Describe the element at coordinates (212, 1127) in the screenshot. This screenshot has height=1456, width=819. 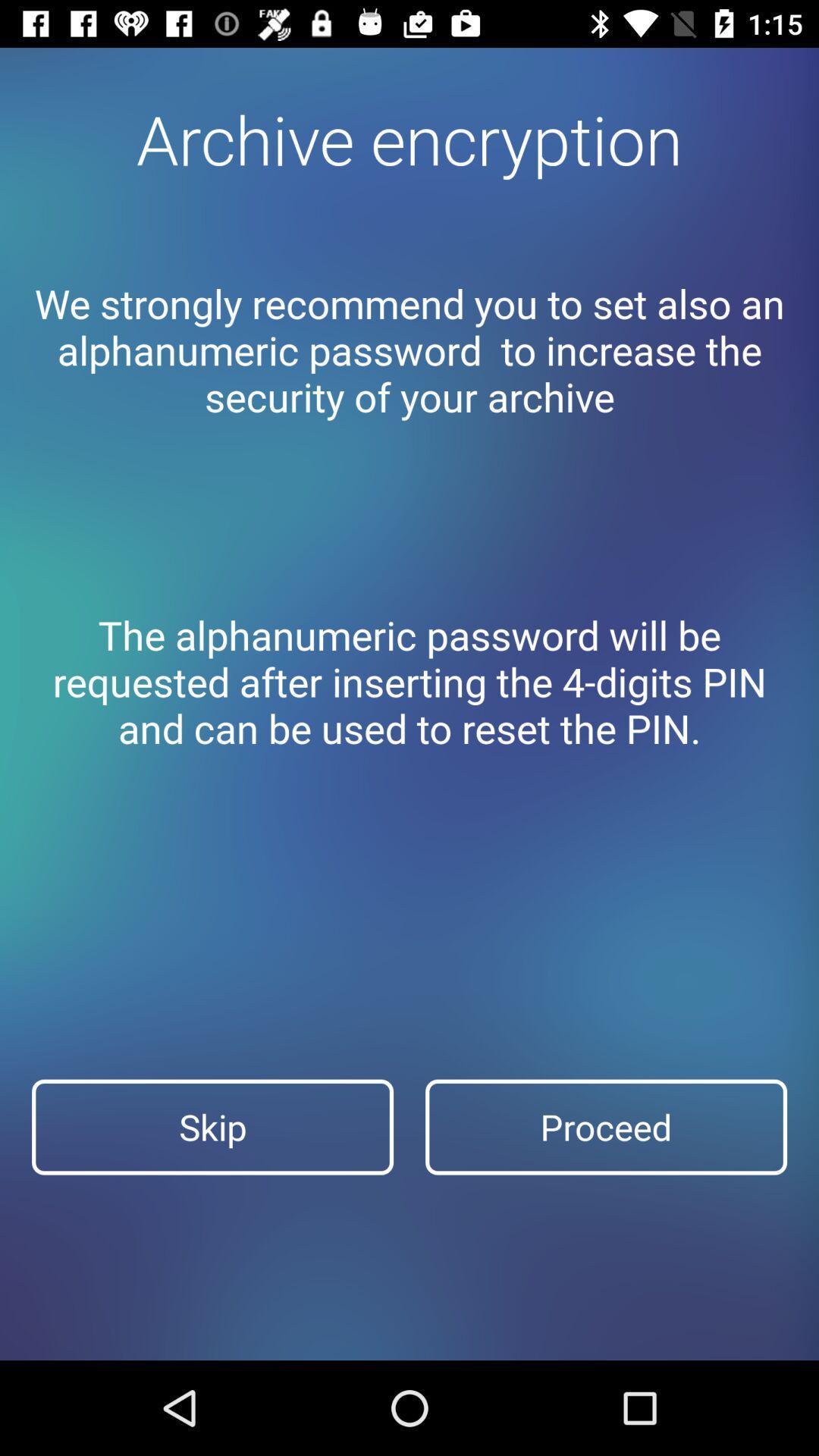
I see `icon to the left of proceed item` at that location.